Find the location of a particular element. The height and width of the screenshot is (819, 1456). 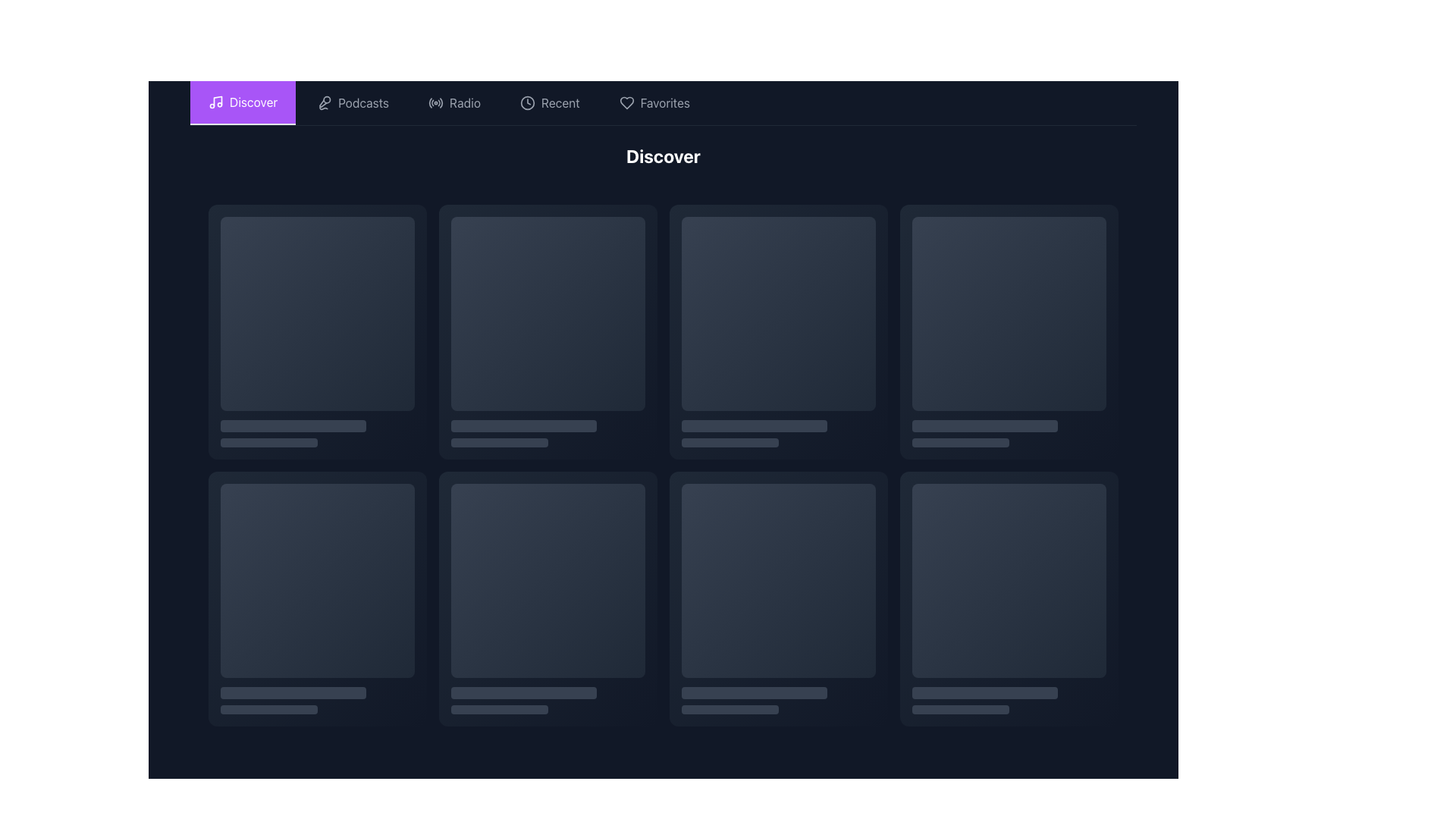

the non-interactive gray progress bar with rounded corners that is positioned below a square thumbnail in the bottom-left corner of the main grid layout is located at coordinates (293, 693).